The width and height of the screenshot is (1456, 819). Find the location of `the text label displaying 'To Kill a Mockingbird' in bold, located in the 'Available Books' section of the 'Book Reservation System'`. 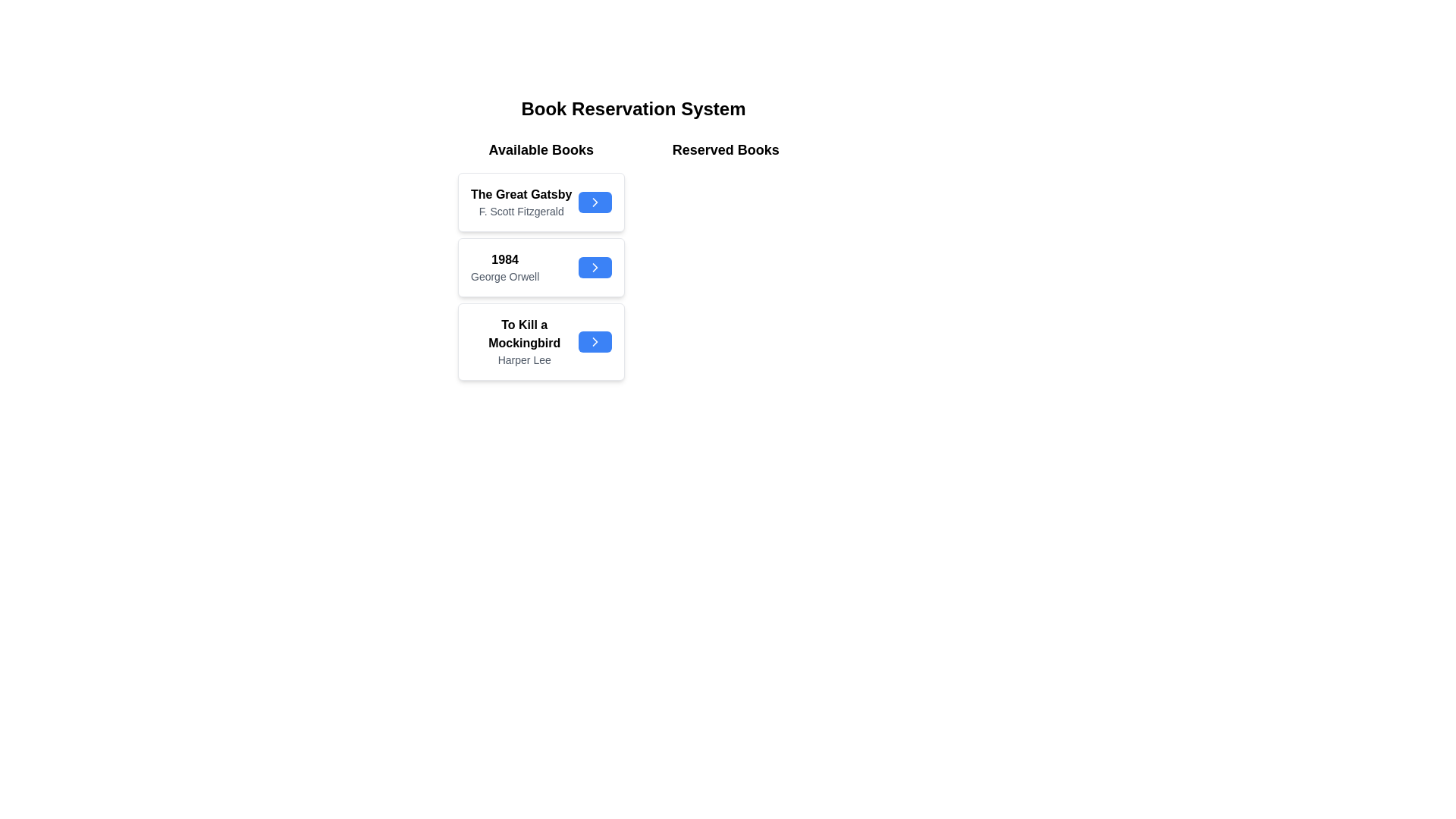

the text label displaying 'To Kill a Mockingbird' in bold, located in the 'Available Books' section of the 'Book Reservation System' is located at coordinates (524, 333).